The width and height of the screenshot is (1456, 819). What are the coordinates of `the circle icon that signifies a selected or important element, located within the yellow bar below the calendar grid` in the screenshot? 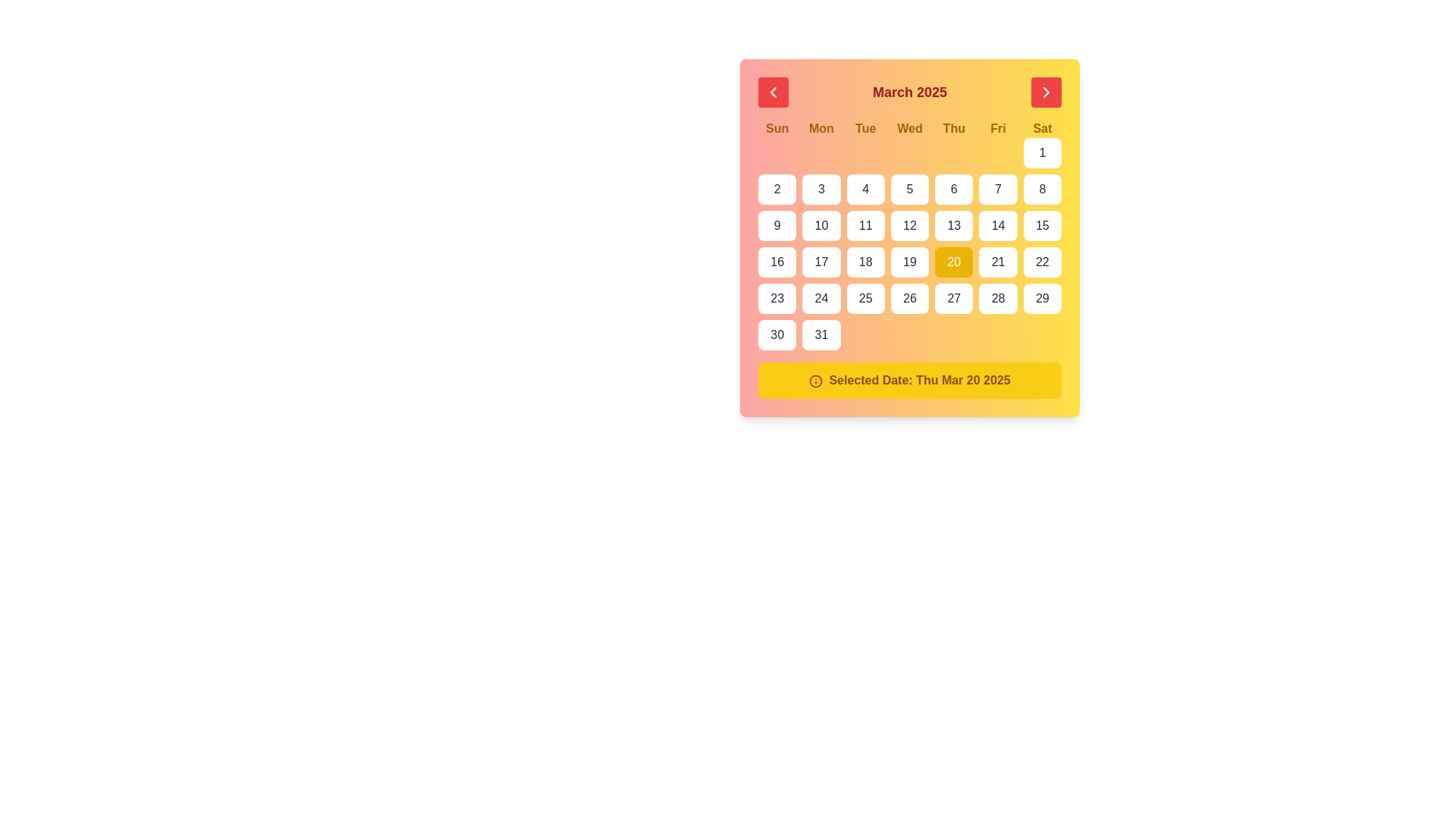 It's located at (815, 380).